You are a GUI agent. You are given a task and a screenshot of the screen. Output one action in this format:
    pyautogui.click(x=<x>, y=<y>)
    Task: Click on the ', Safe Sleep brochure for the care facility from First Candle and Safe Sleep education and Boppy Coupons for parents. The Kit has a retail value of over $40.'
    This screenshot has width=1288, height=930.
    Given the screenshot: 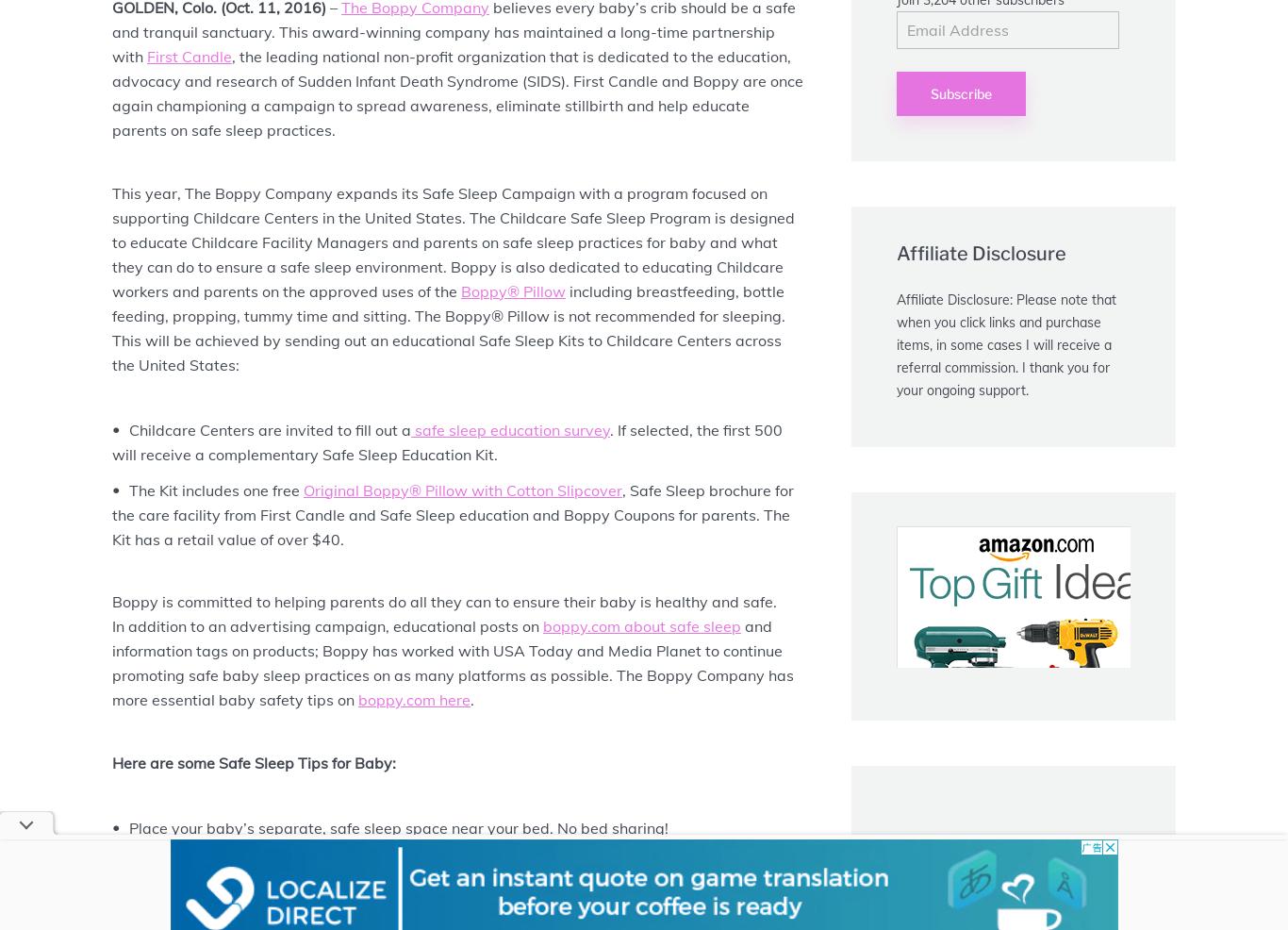 What is the action you would take?
    pyautogui.click(x=453, y=512)
    